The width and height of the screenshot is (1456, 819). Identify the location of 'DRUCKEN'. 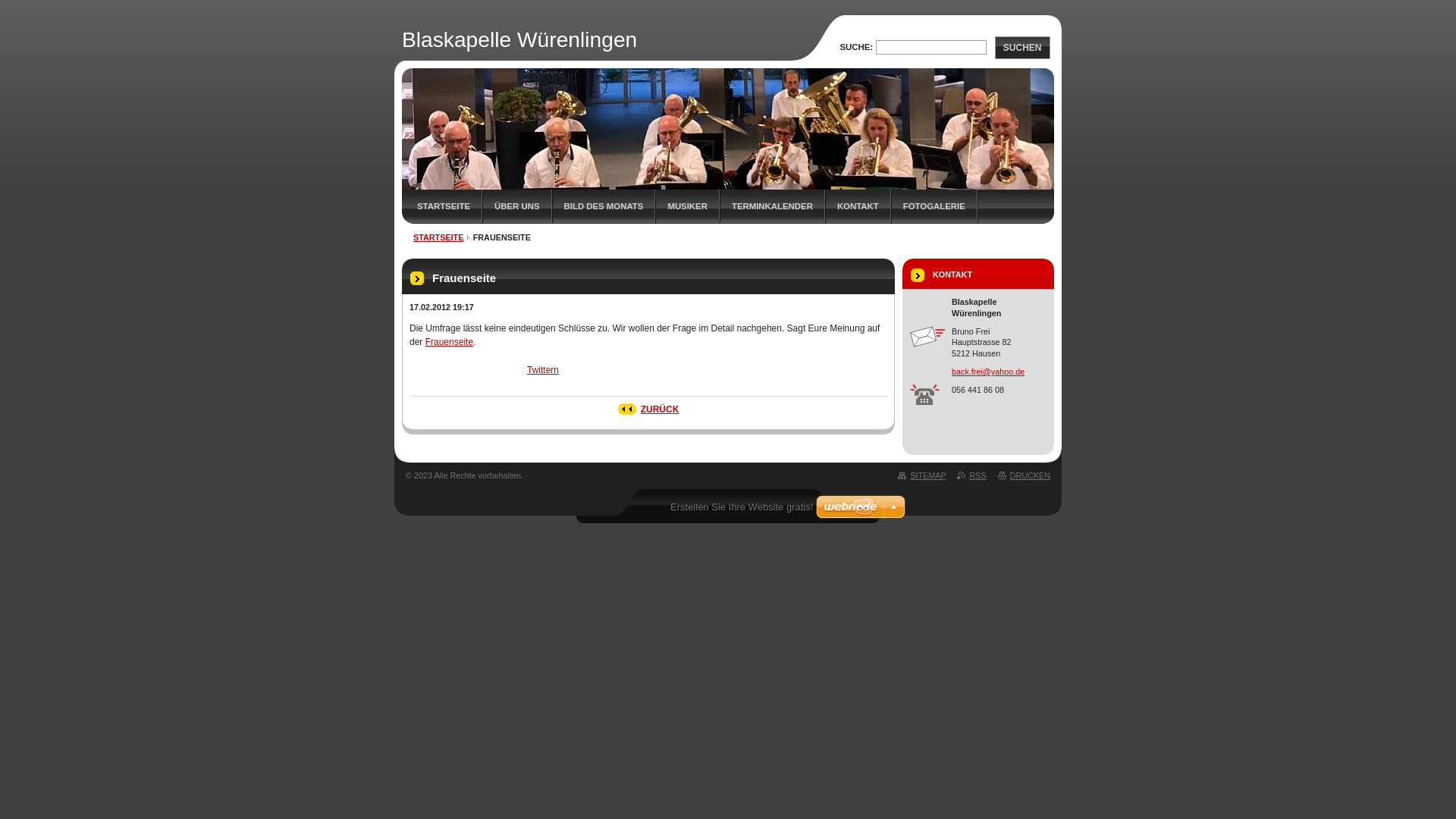
(1024, 475).